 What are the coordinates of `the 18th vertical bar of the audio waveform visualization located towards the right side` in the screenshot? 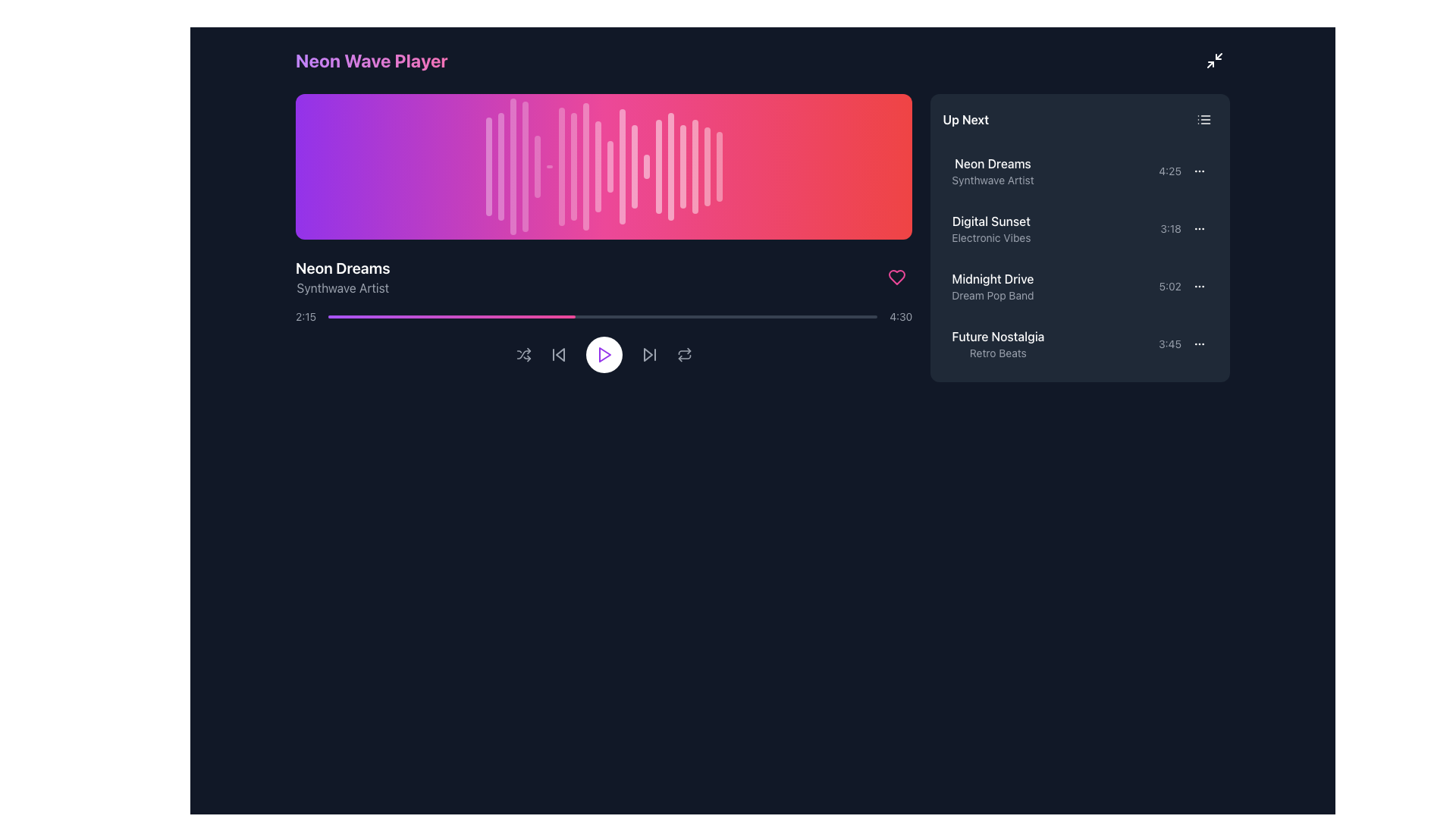 It's located at (694, 166).